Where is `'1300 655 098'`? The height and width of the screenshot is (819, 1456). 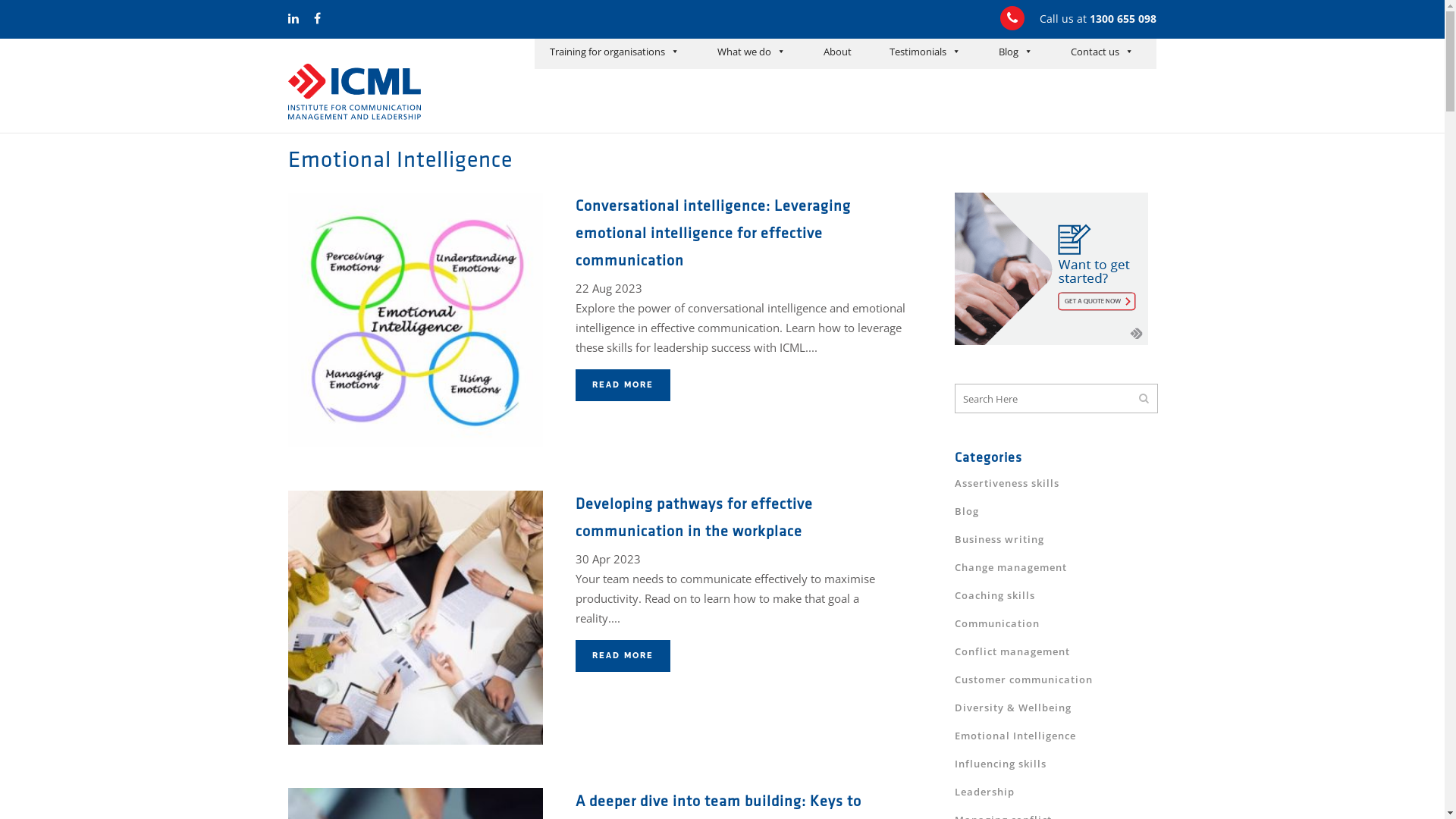
'1300 655 098' is located at coordinates (1123, 18).